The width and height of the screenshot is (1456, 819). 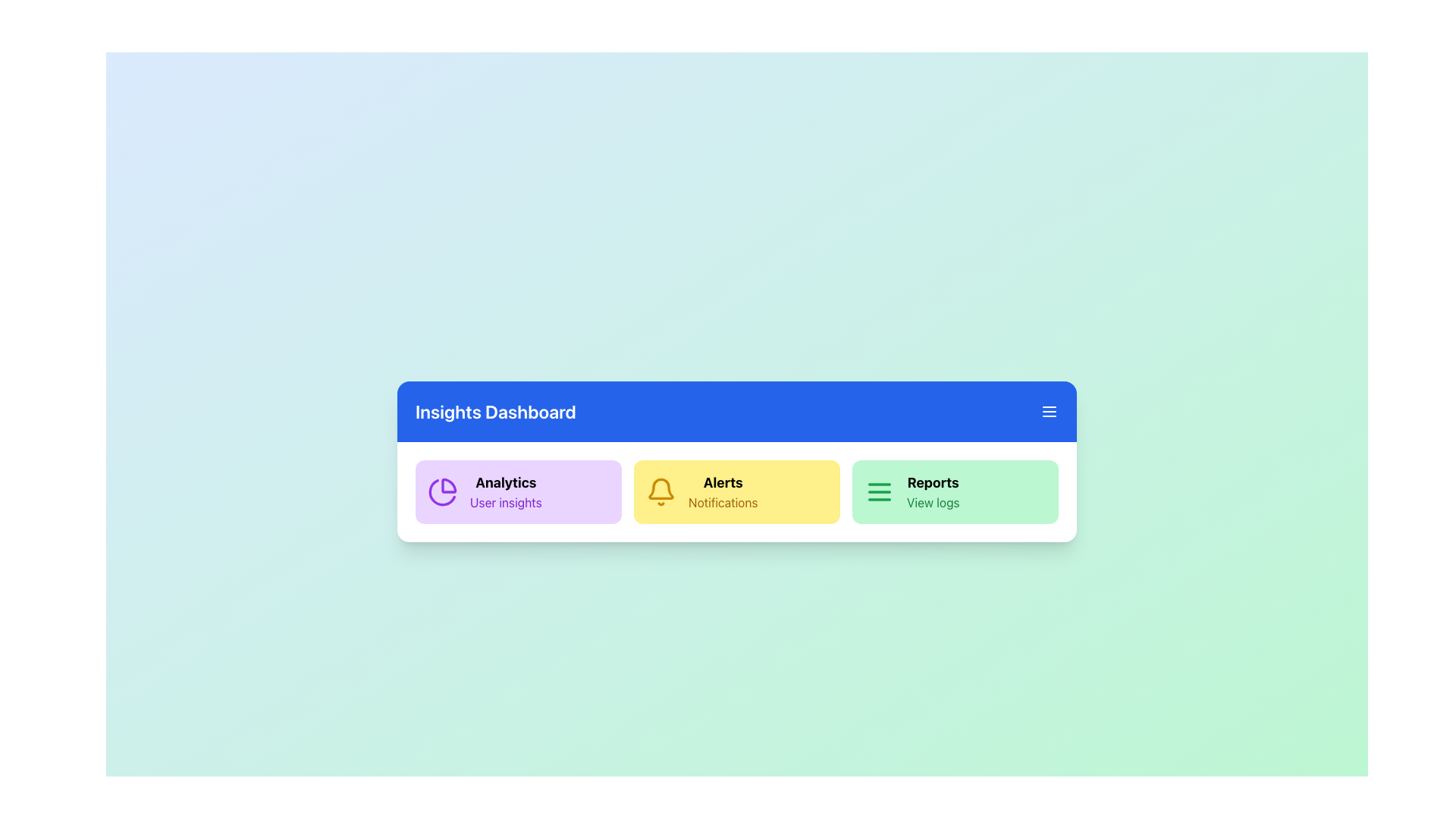 What do you see at coordinates (1048, 412) in the screenshot?
I see `the menu icon button, which consists of three horizontal white lines on a blue background, located at the top-right corner of the 'Insights Dashboard' header` at bounding box center [1048, 412].